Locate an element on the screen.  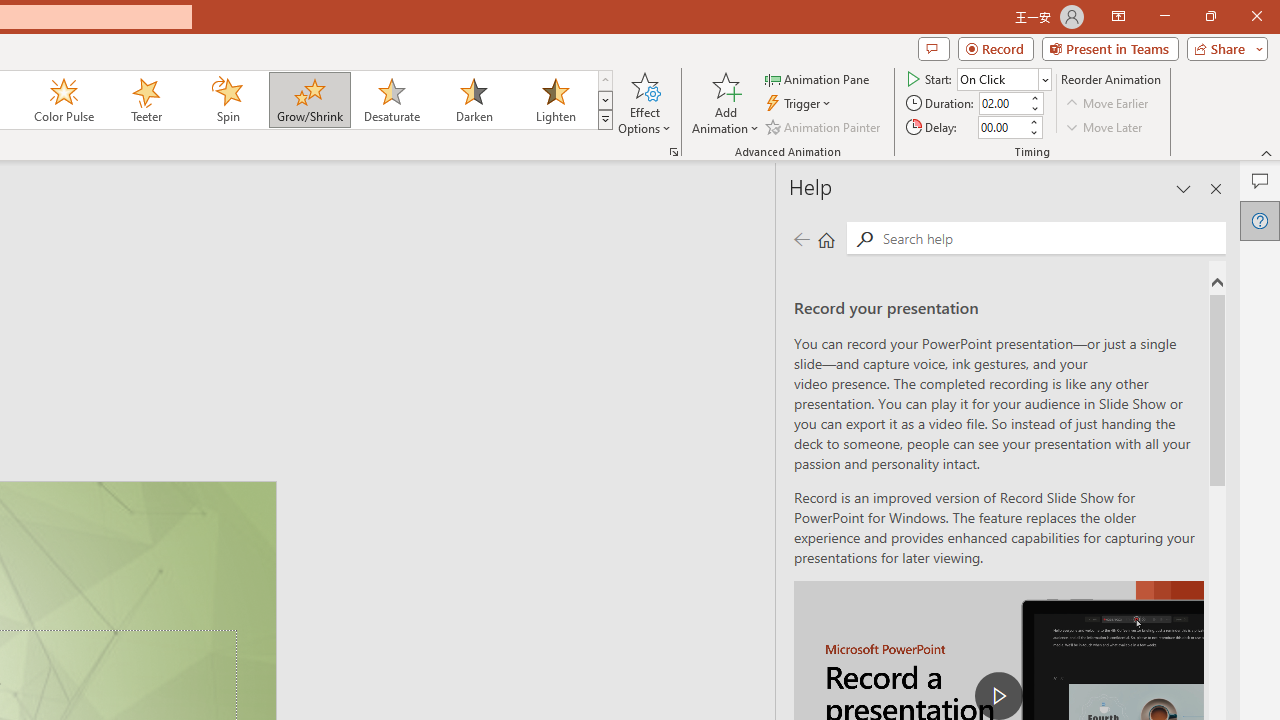
'Teeter' is located at coordinates (144, 100).